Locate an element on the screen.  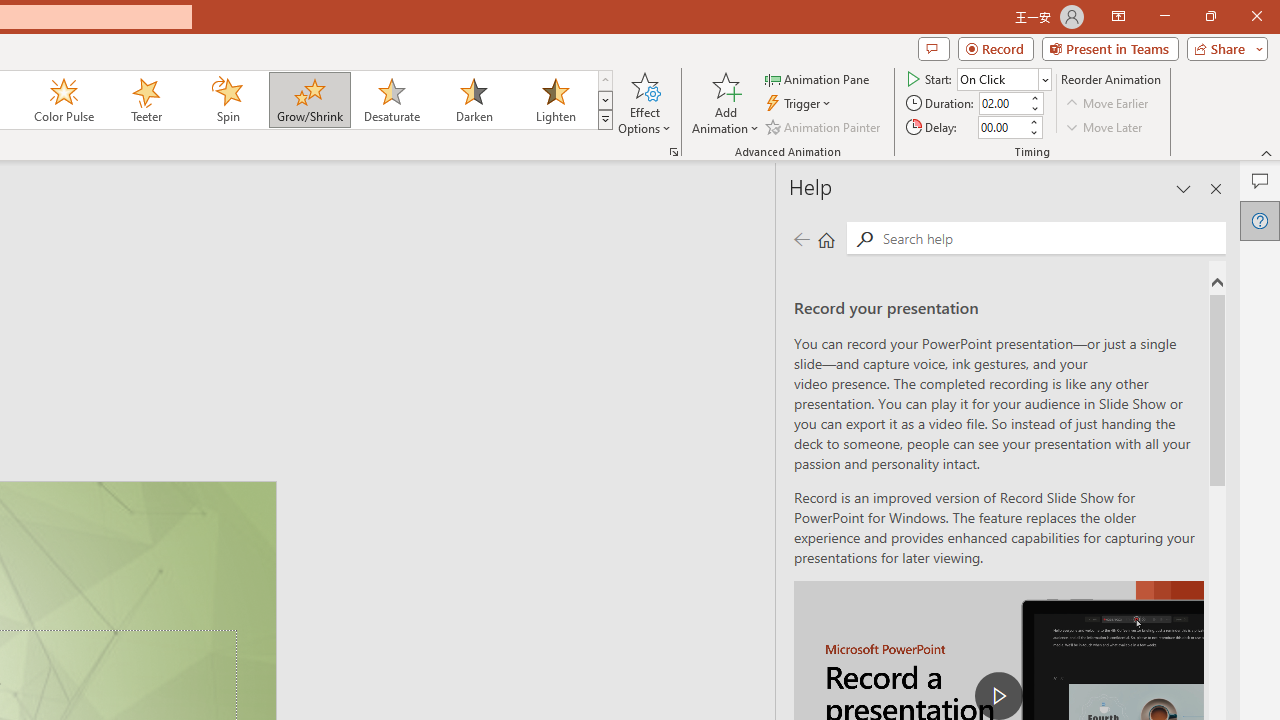
'Teeter' is located at coordinates (144, 100).